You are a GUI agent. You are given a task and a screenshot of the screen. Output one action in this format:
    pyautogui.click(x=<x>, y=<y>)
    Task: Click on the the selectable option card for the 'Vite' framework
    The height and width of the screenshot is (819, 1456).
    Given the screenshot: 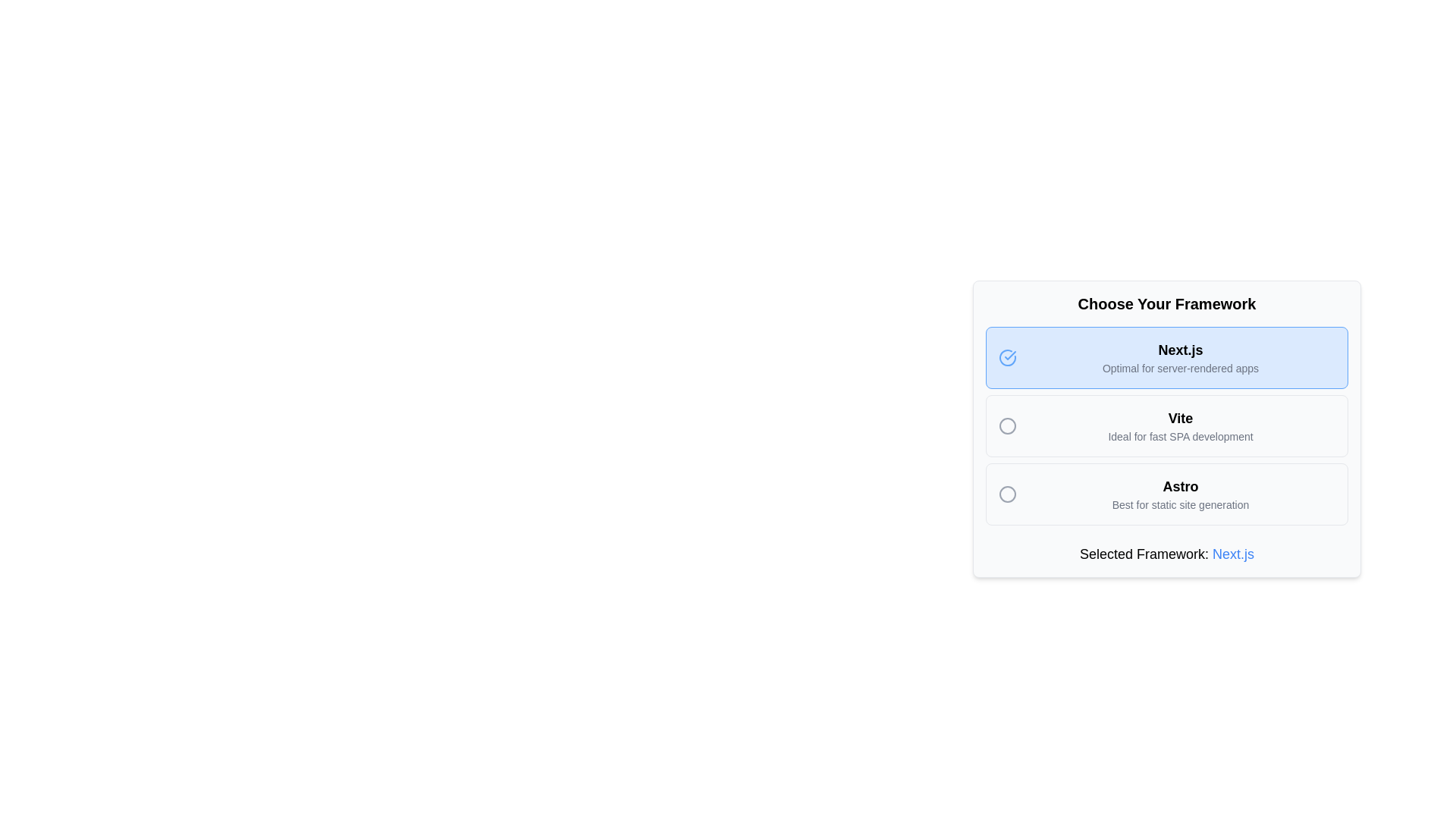 What is the action you would take?
    pyautogui.click(x=1166, y=426)
    